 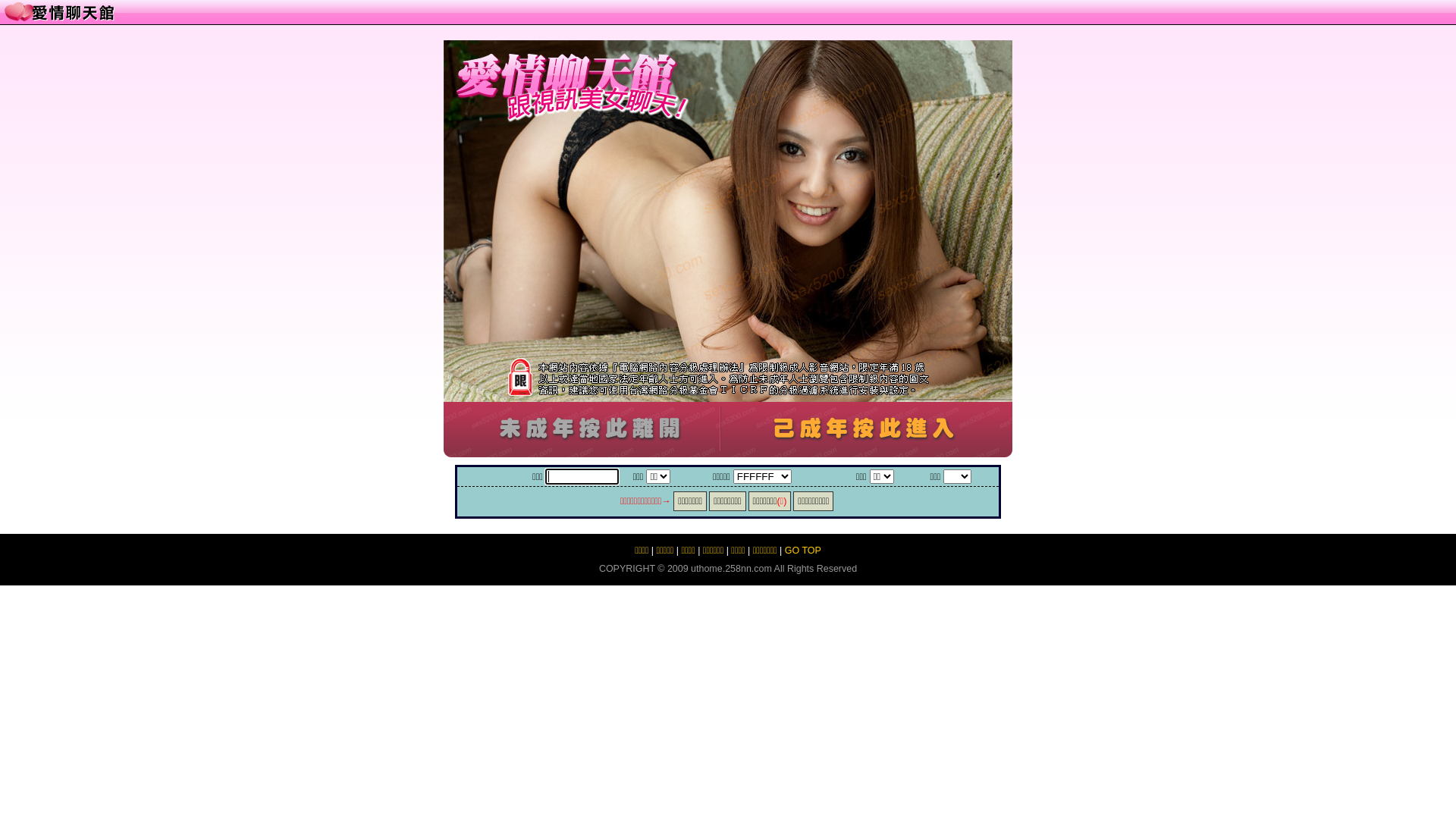 What do you see at coordinates (731, 568) in the screenshot?
I see `'uthome.258nn.com'` at bounding box center [731, 568].